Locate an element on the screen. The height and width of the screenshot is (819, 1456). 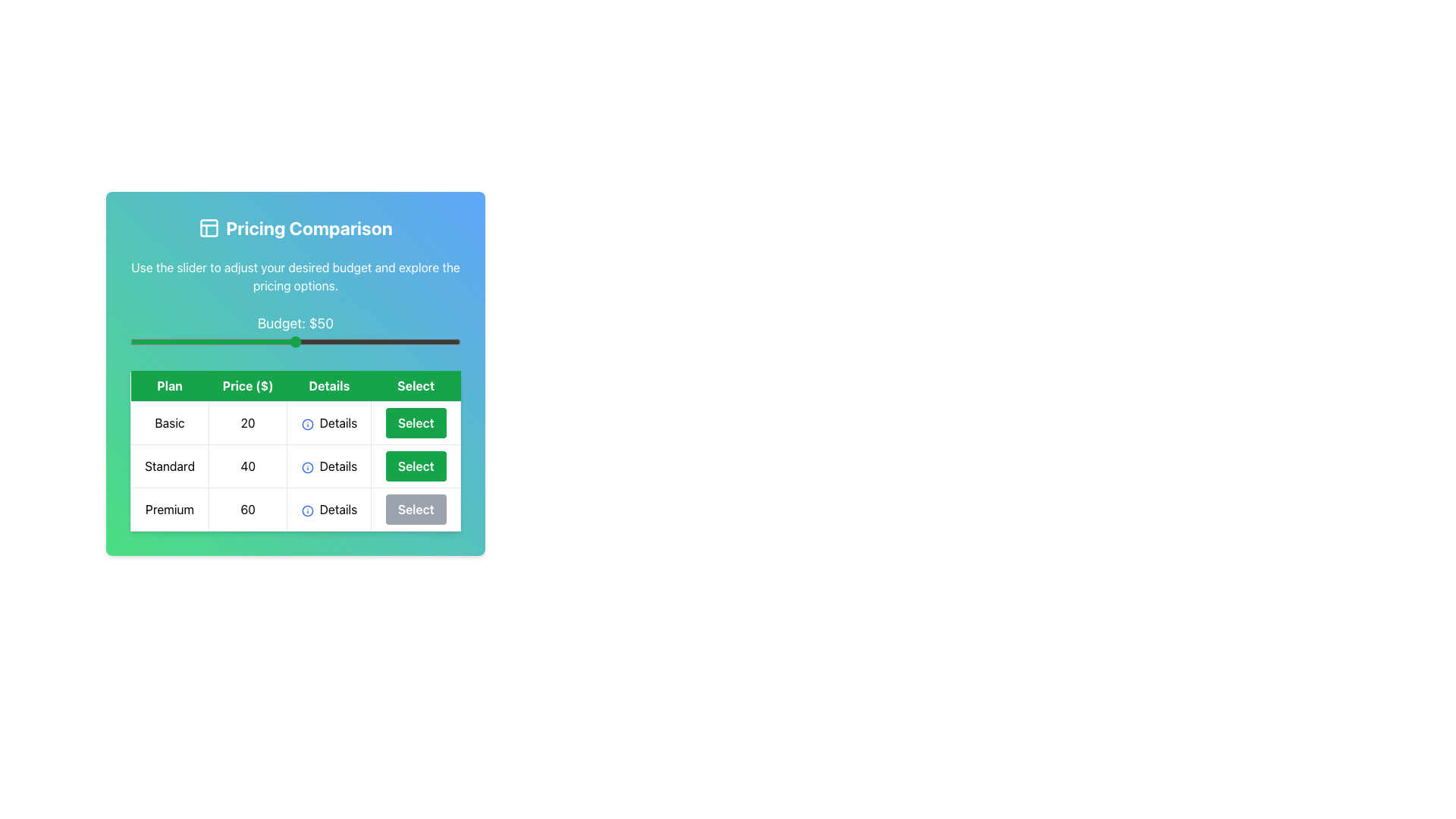
the 'Select' button with a green background and white bold text located in the pricing comparison table is located at coordinates (416, 465).